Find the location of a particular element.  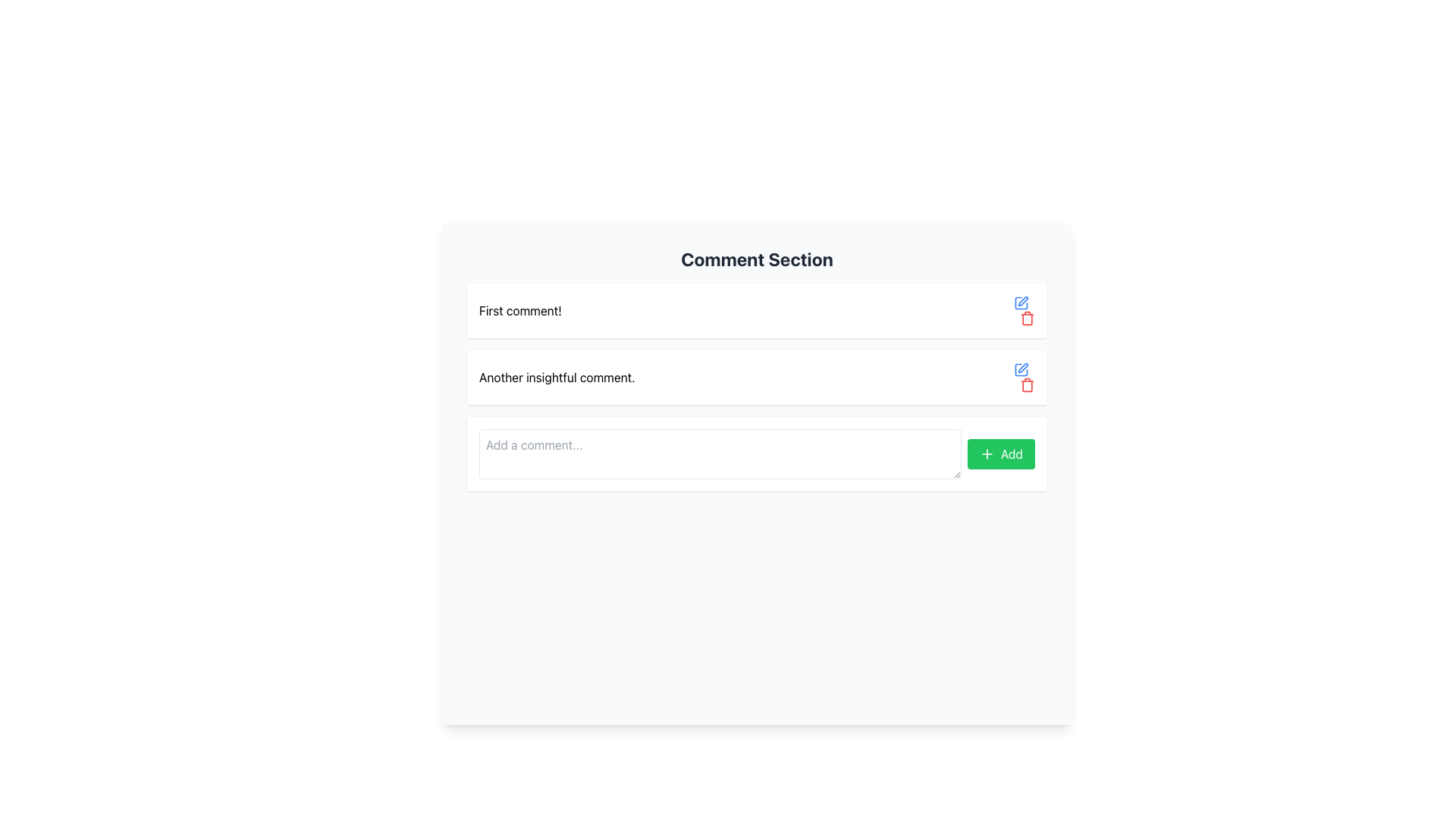

the delete button located at the far right of the second comment in the comment section is located at coordinates (1027, 384).